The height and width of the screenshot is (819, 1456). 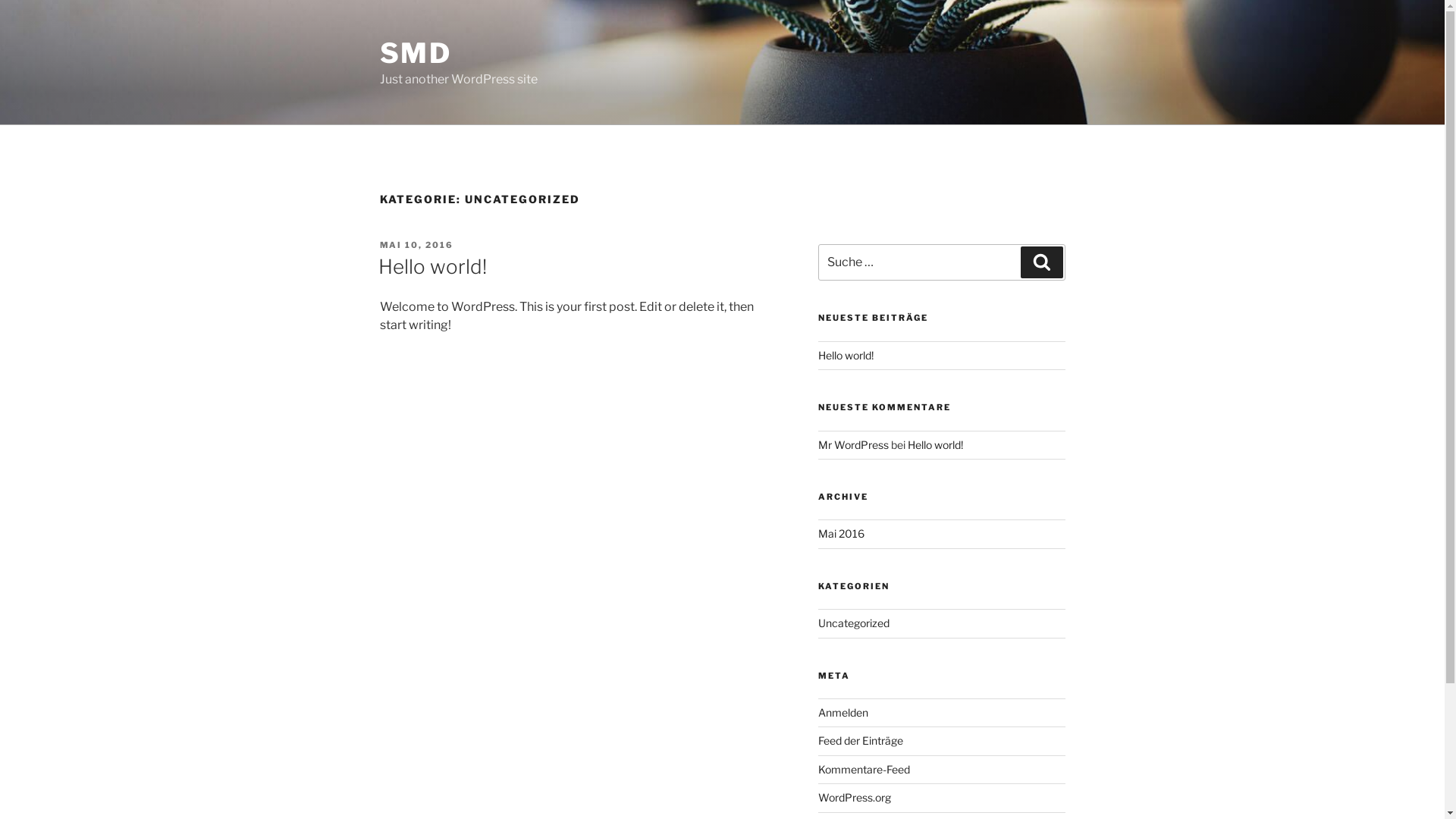 What do you see at coordinates (934, 444) in the screenshot?
I see `'Hello world!'` at bounding box center [934, 444].